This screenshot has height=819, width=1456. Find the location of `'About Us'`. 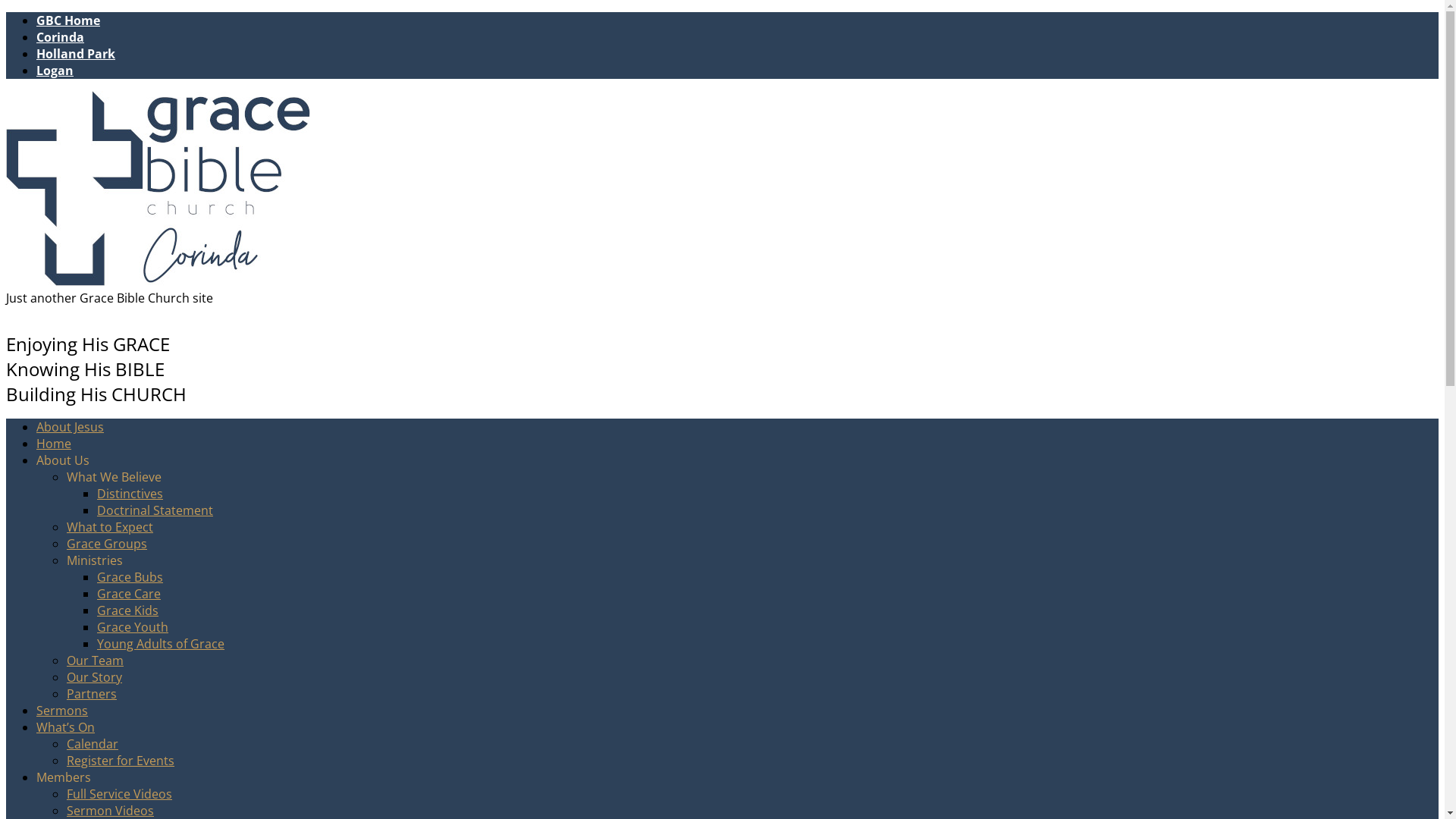

'About Us' is located at coordinates (61, 459).